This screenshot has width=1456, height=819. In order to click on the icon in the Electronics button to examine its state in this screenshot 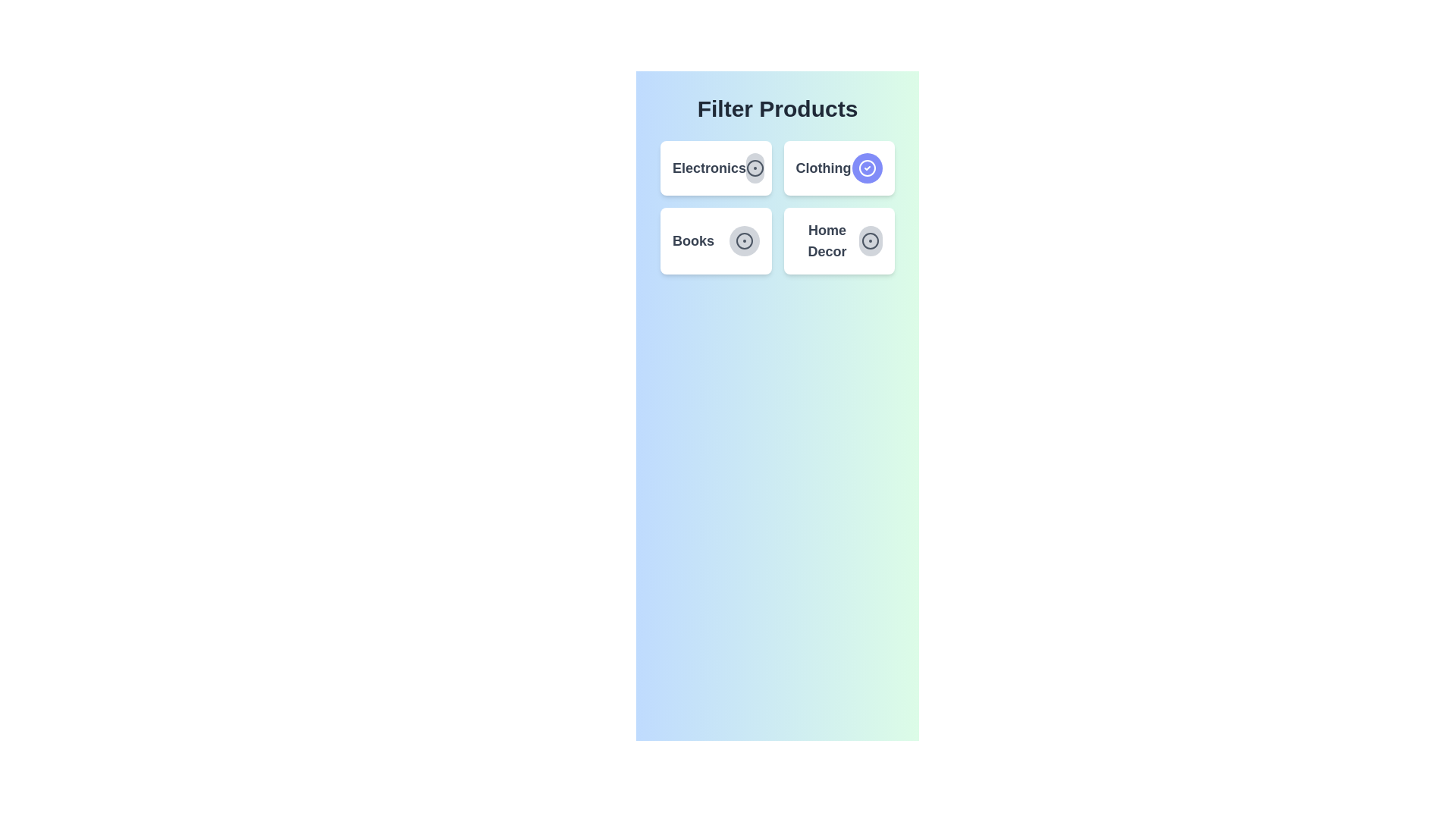, I will do `click(755, 168)`.